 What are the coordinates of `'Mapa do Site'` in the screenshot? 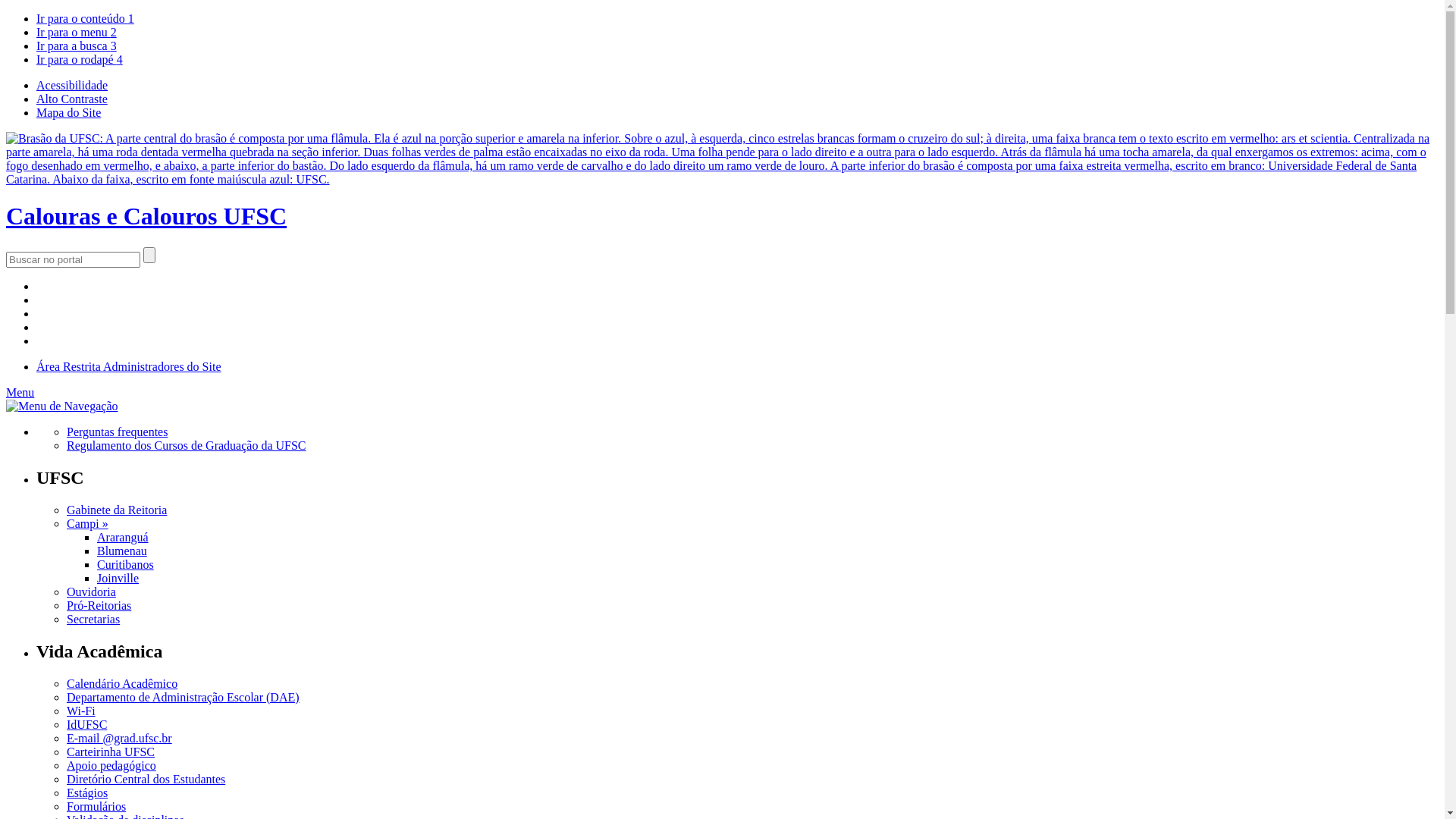 It's located at (36, 111).